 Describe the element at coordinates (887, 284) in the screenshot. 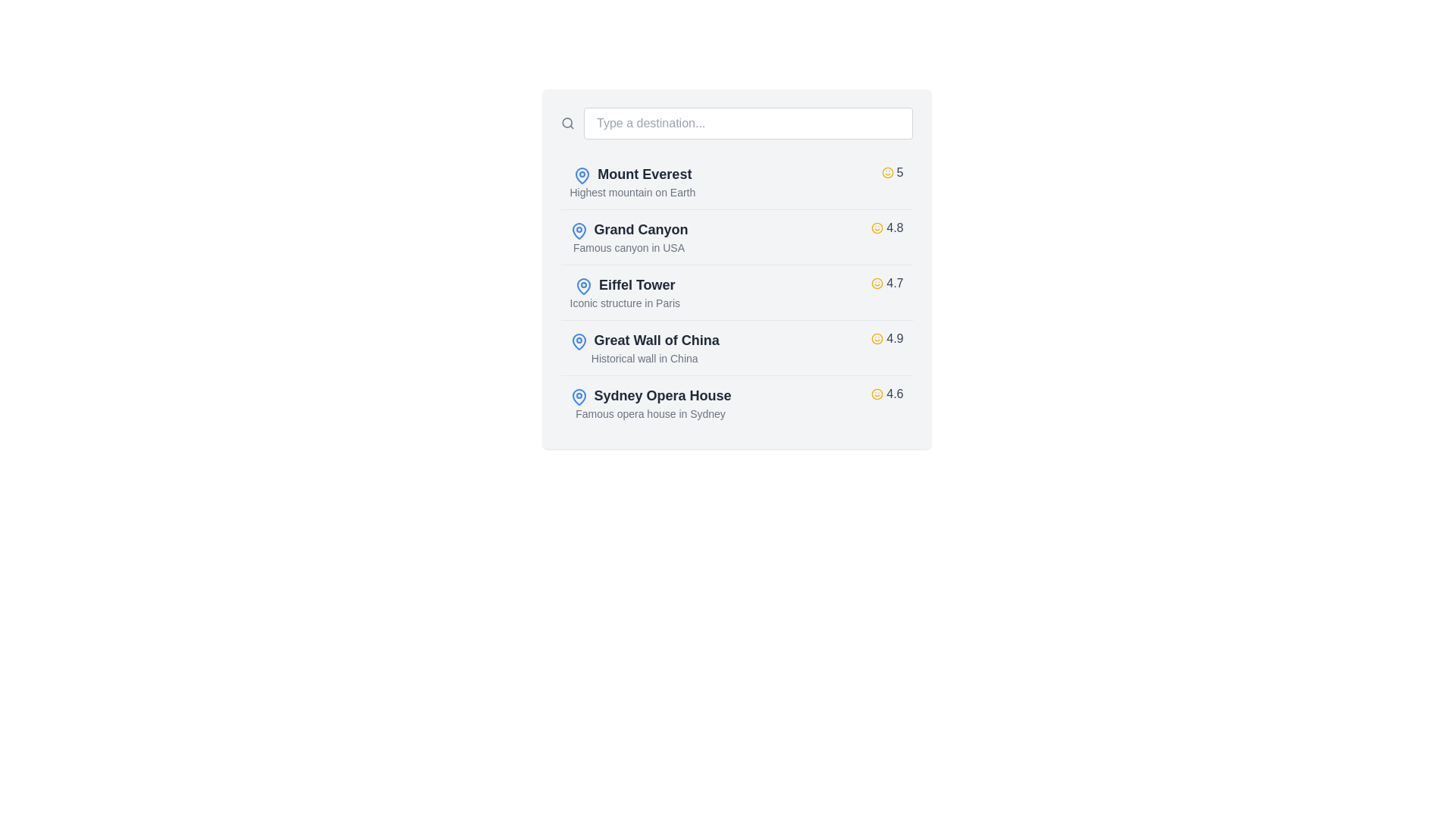

I see `the numerical rating display ('4.7') next to the yellow smiley face icon for the 'Eiffel Tower' attraction, located on the right-hand side of the row` at that location.